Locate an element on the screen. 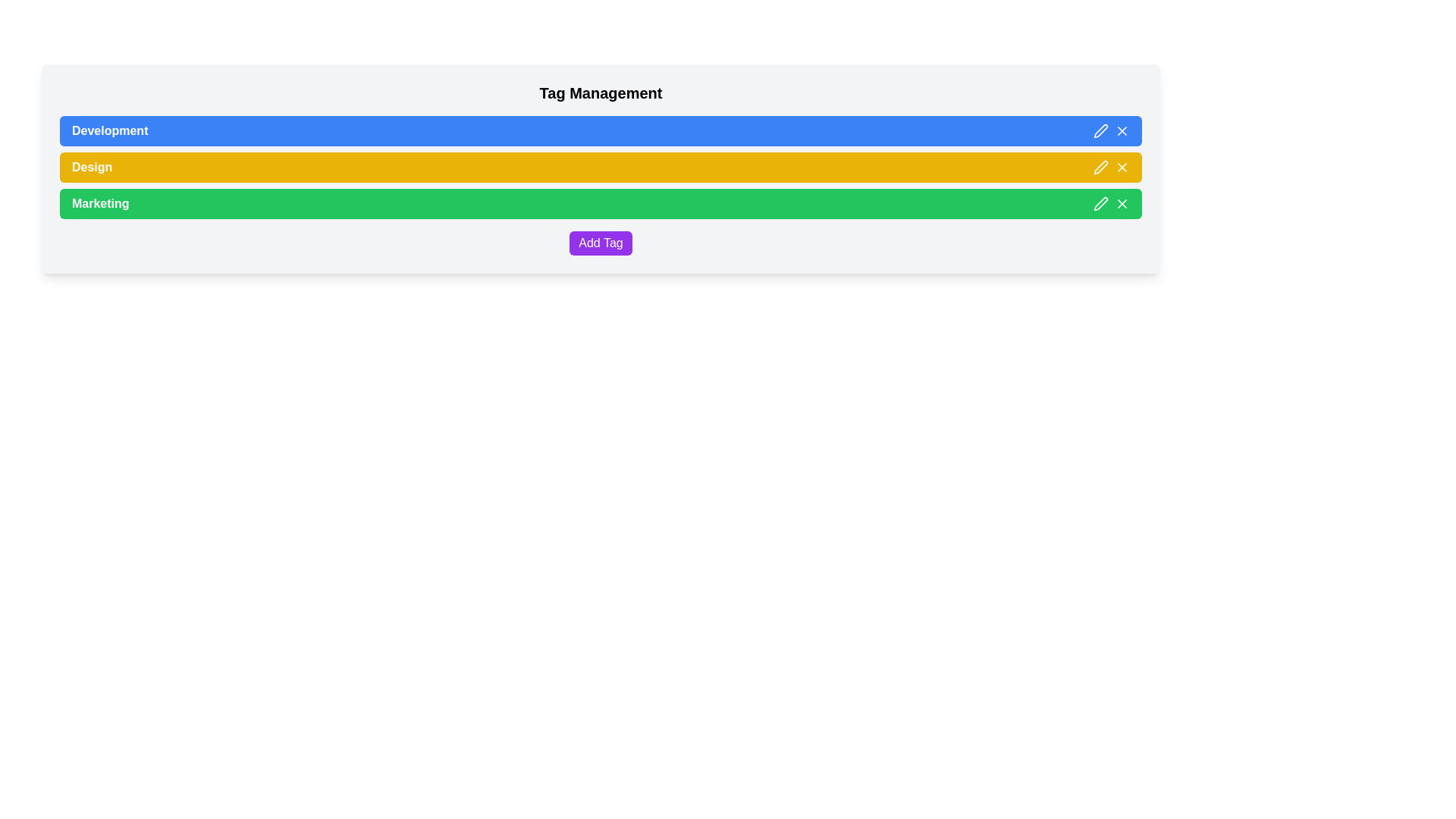 This screenshot has width=1456, height=819. the 'X' icon close button located in the top-right corner of the yellow 'Design' panel is located at coordinates (1122, 167).